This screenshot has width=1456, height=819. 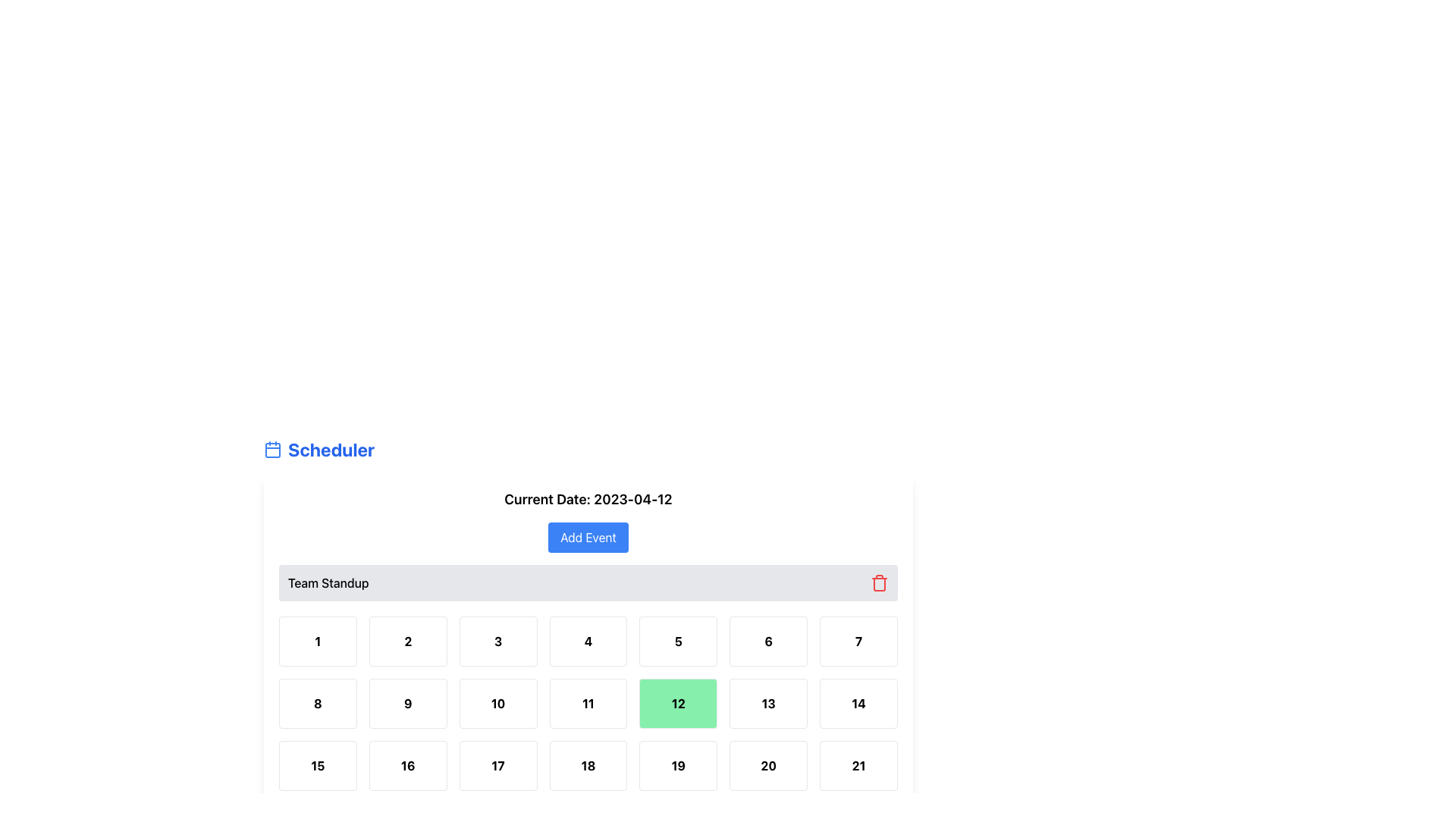 What do you see at coordinates (588, 766) in the screenshot?
I see `the button displaying the number '18', which is located in the fourth cell of the third row in a 7-column grid layout below the 'Scheduler' header and 'Add Event' button` at bounding box center [588, 766].